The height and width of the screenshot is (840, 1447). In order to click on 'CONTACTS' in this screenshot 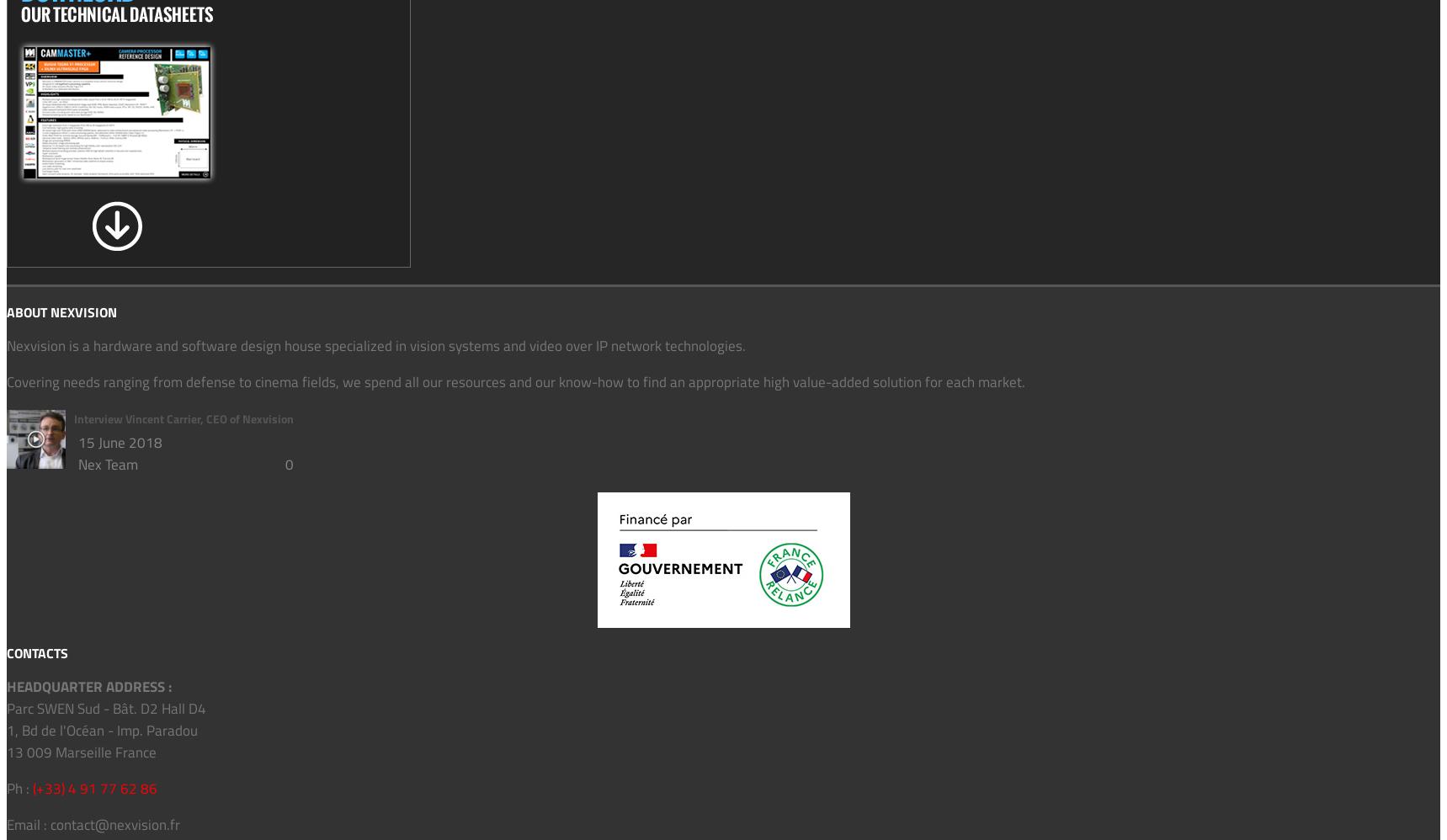, I will do `click(36, 651)`.